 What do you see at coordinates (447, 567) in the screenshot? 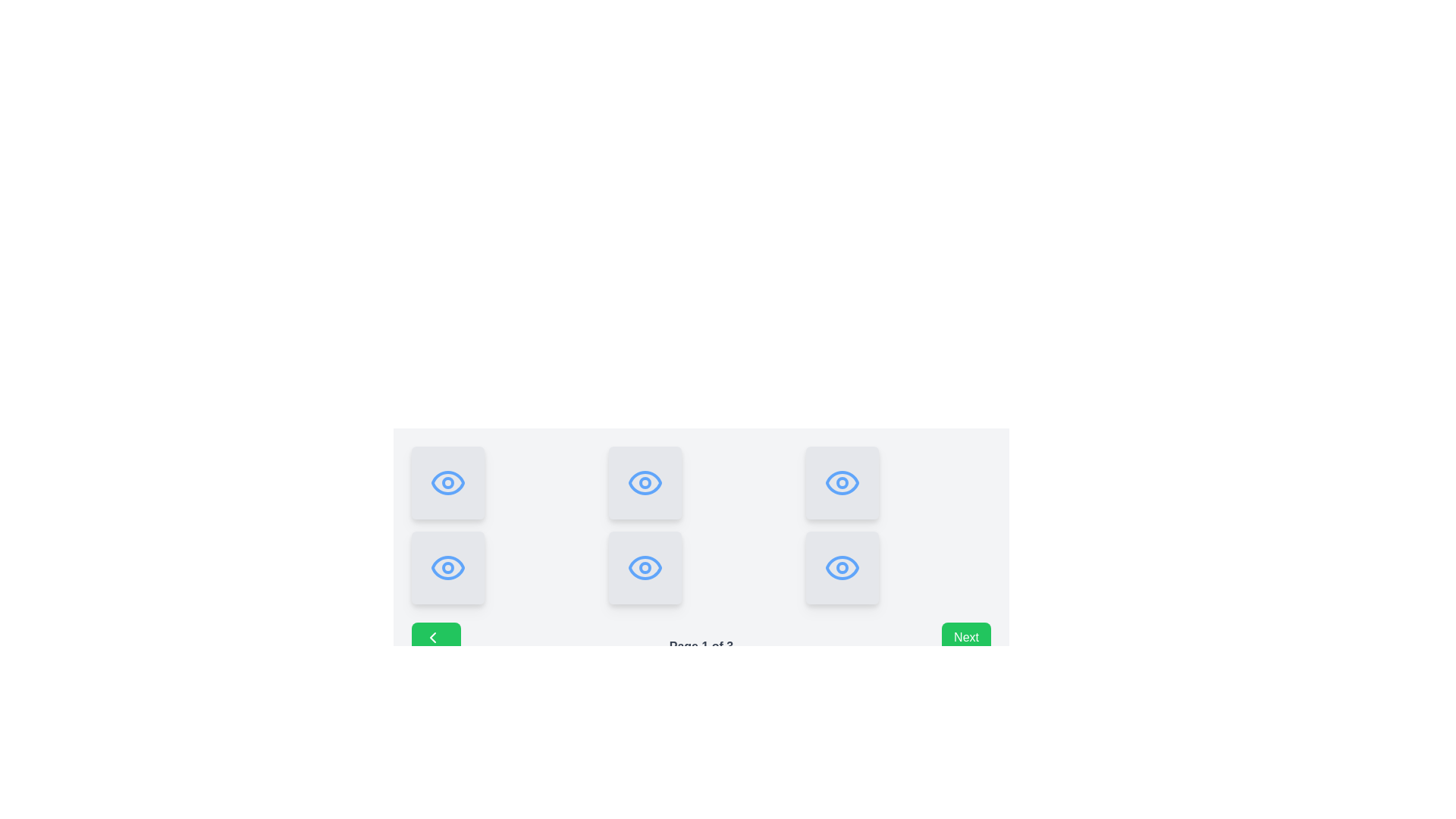
I see `the interactive button with an eye icon located in the second column of the second row within a grid layout` at bounding box center [447, 567].